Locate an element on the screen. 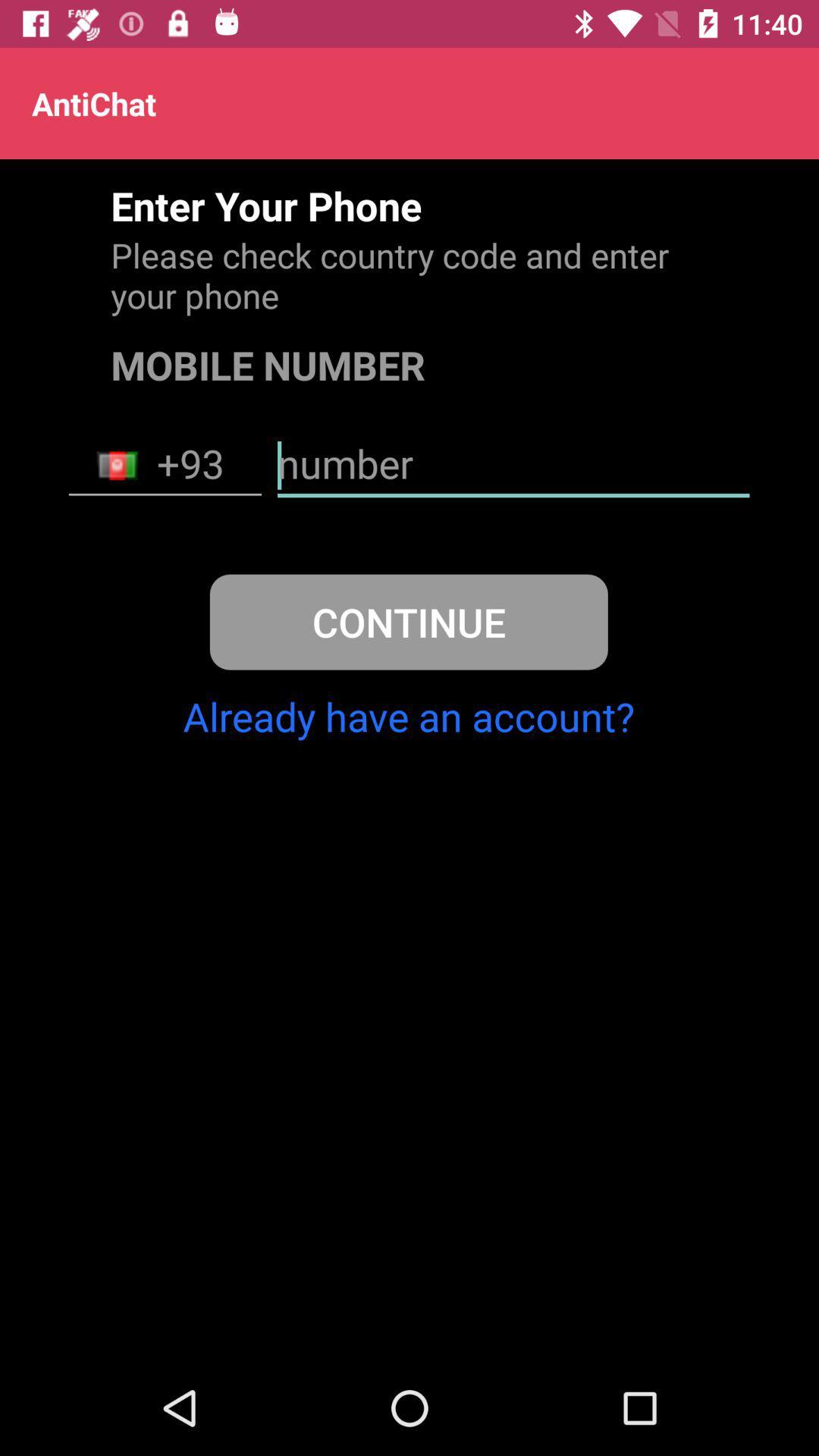 This screenshot has width=819, height=1456. item above the already have an item is located at coordinates (408, 622).